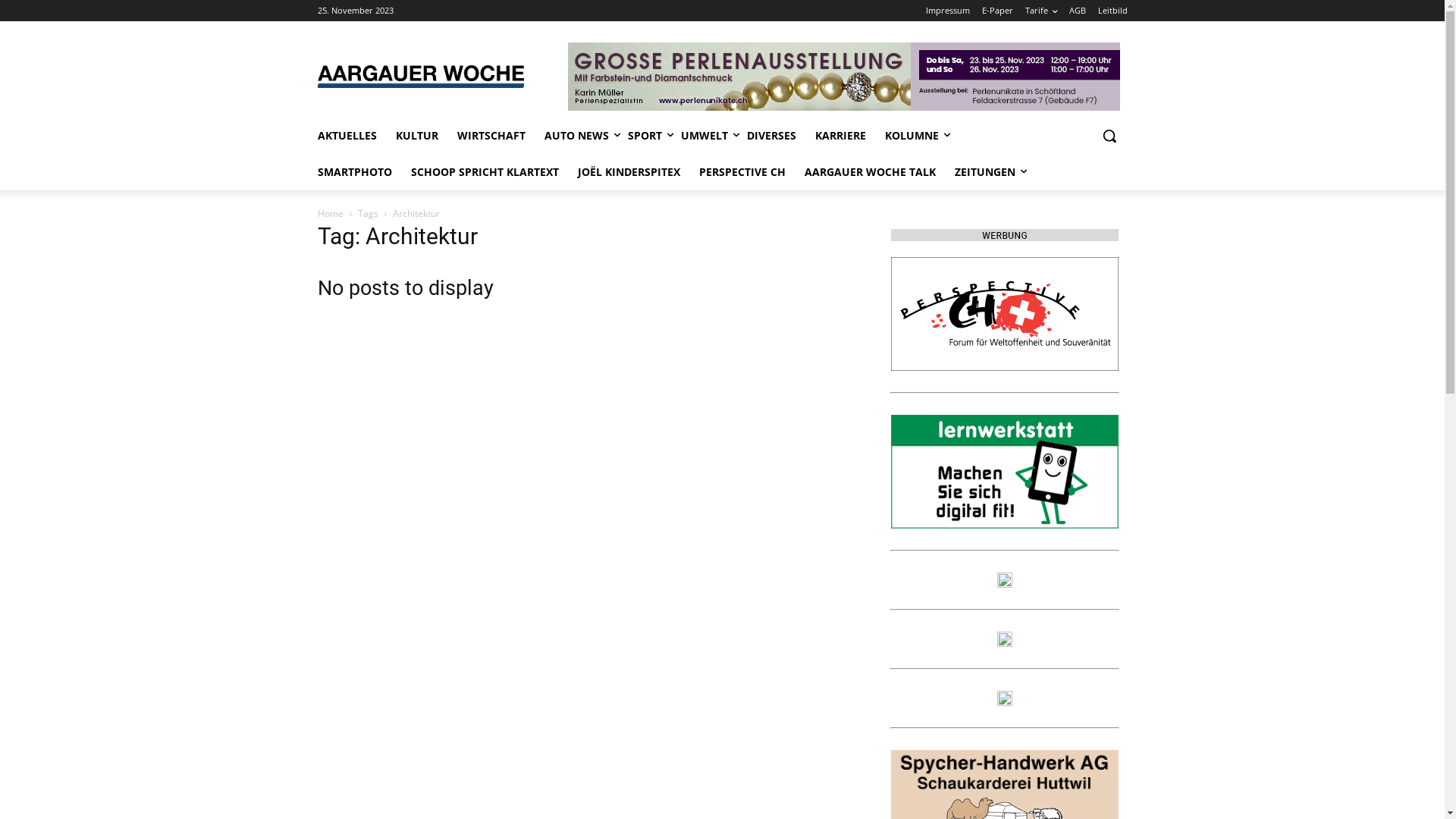 This screenshot has height=819, width=1456. What do you see at coordinates (869, 171) in the screenshot?
I see `'AARGAUER WOCHE TALK'` at bounding box center [869, 171].